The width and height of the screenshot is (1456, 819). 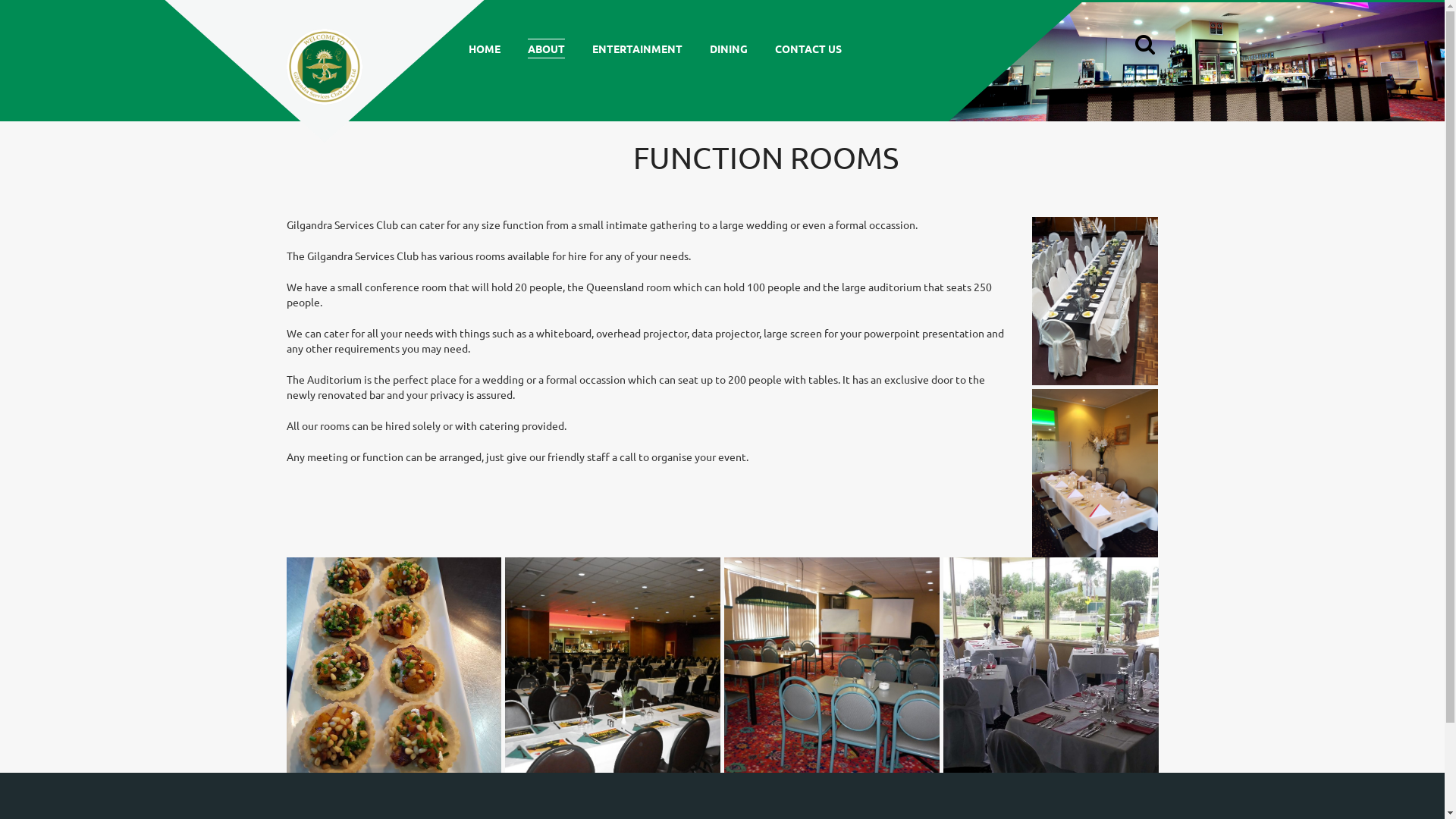 What do you see at coordinates (728, 48) in the screenshot?
I see `'DINING'` at bounding box center [728, 48].